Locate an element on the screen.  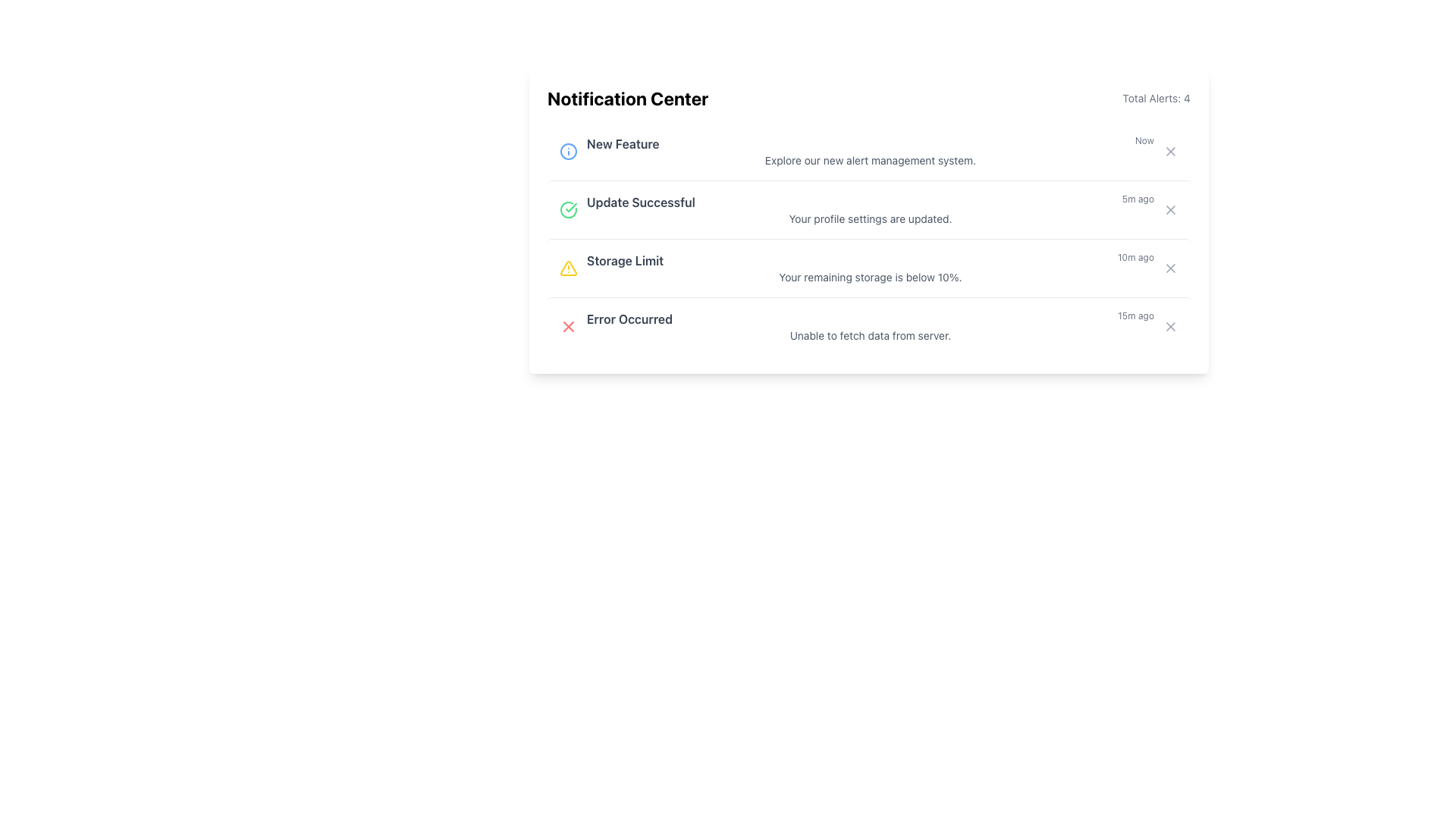
the static text element that reads 'Your remaining storage is below 10%' located within the 'Storage Limit' notification block is located at coordinates (870, 278).